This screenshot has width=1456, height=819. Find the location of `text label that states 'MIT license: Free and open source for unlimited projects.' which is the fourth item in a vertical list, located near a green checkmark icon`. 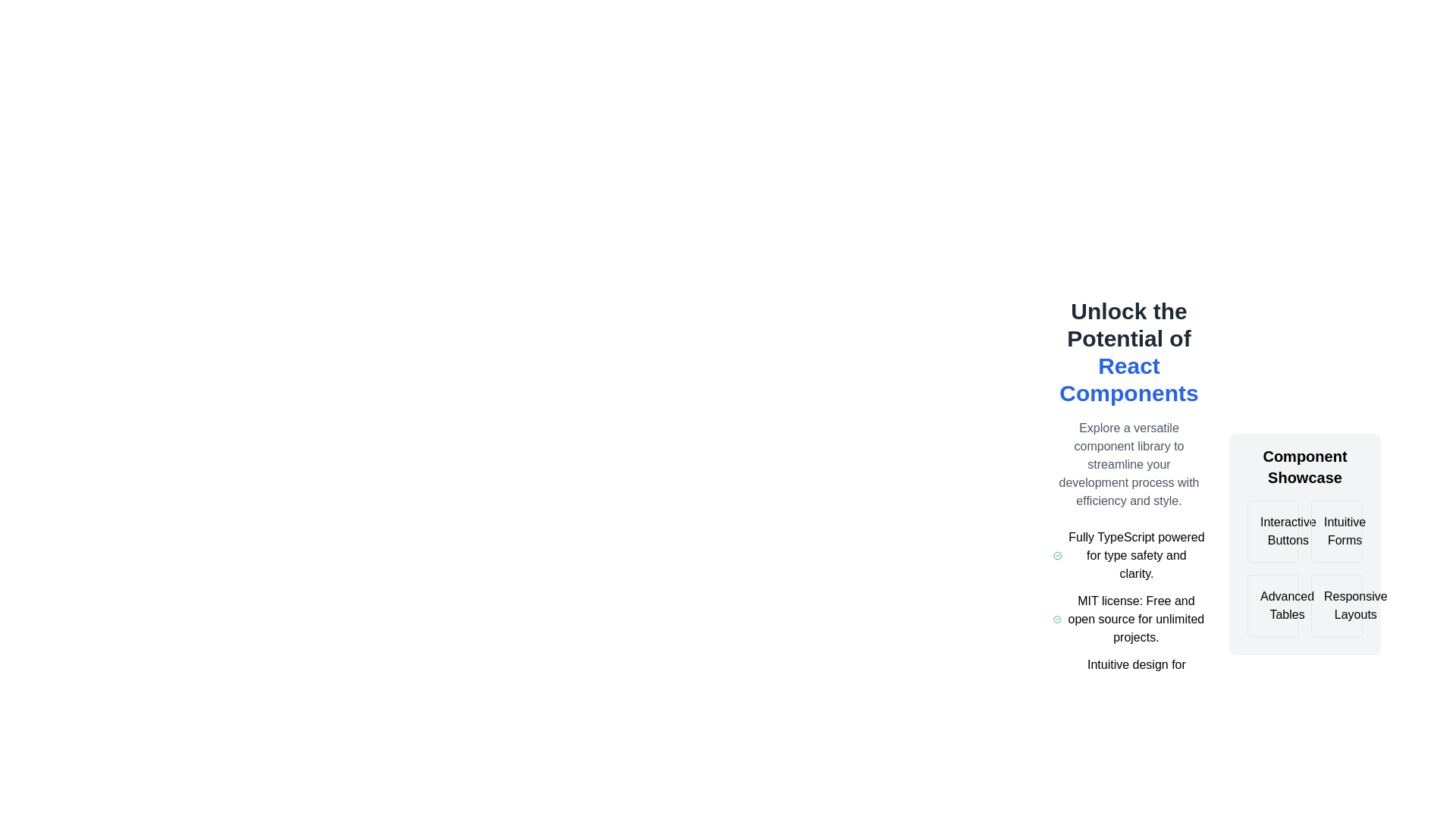

text label that states 'MIT license: Free and open source for unlimited projects.' which is the fourth item in a vertical list, located near a green checkmark icon is located at coordinates (1136, 620).